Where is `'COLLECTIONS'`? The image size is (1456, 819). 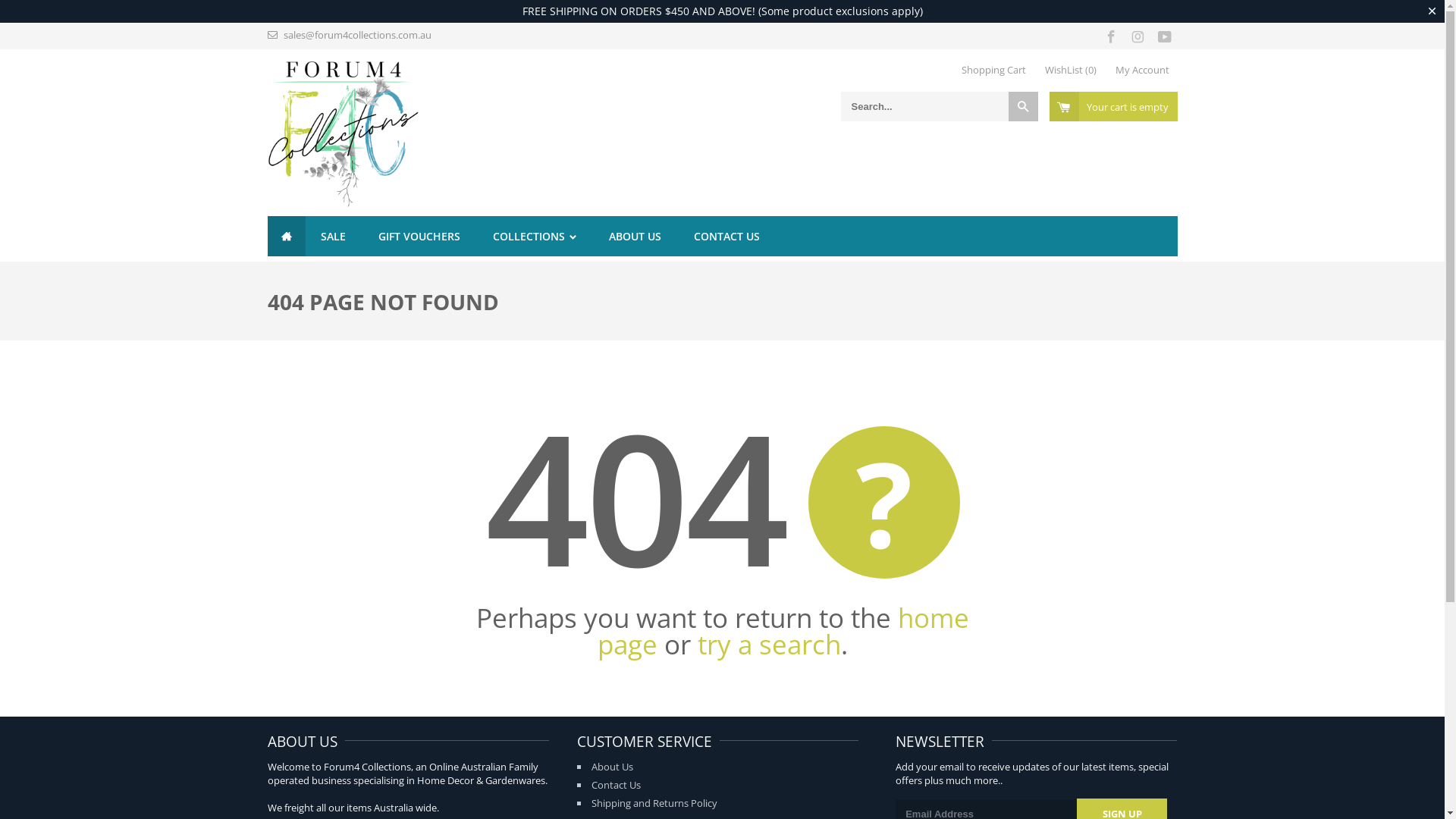
'COLLECTIONS' is located at coordinates (535, 236).